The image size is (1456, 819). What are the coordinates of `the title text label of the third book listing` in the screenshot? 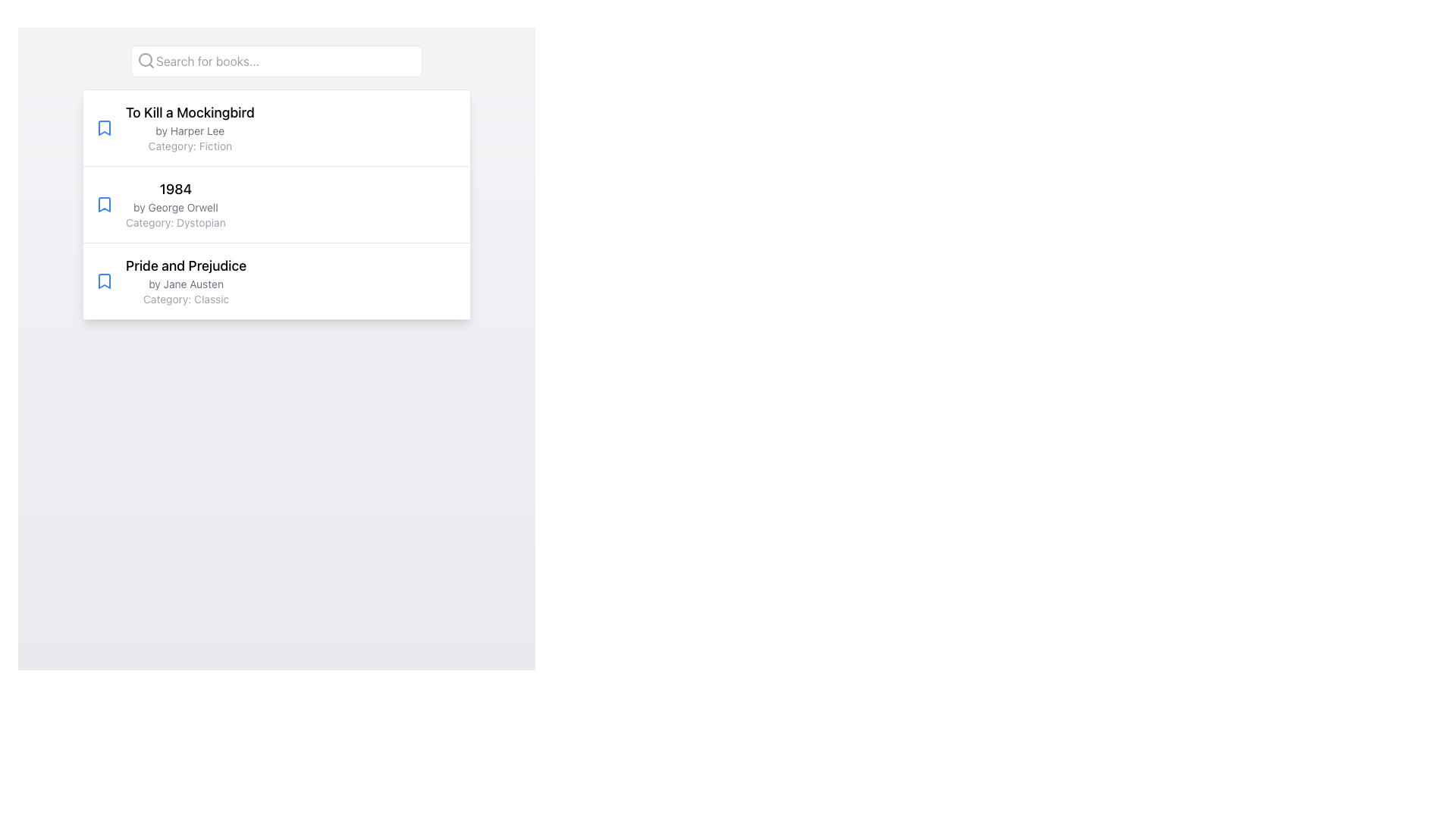 It's located at (185, 265).